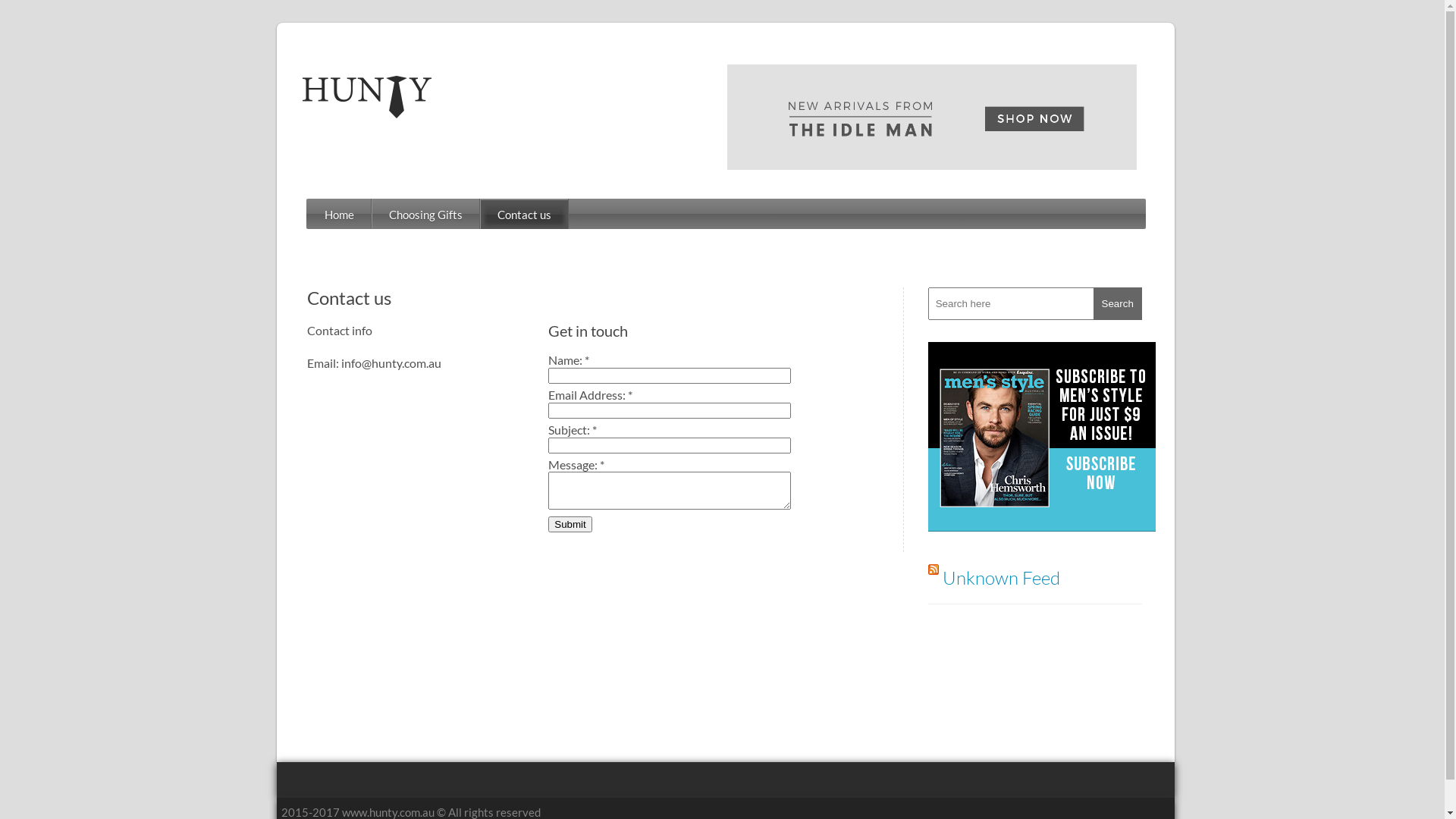  Describe the element at coordinates (372, 214) in the screenshot. I see `'Choosing Gifts'` at that location.